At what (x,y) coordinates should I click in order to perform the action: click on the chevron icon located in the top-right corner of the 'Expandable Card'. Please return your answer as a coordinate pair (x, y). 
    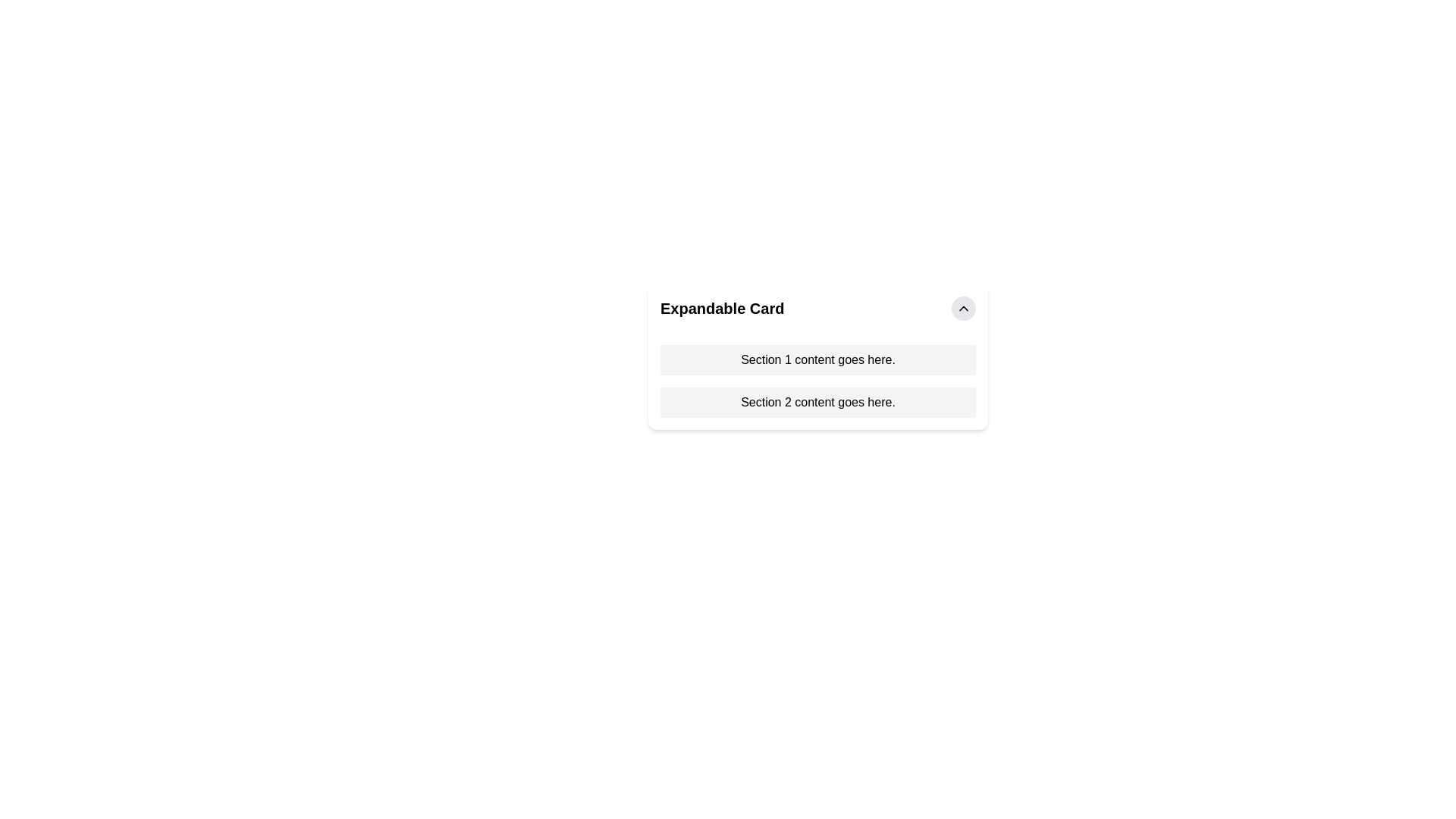
    Looking at the image, I should click on (963, 308).